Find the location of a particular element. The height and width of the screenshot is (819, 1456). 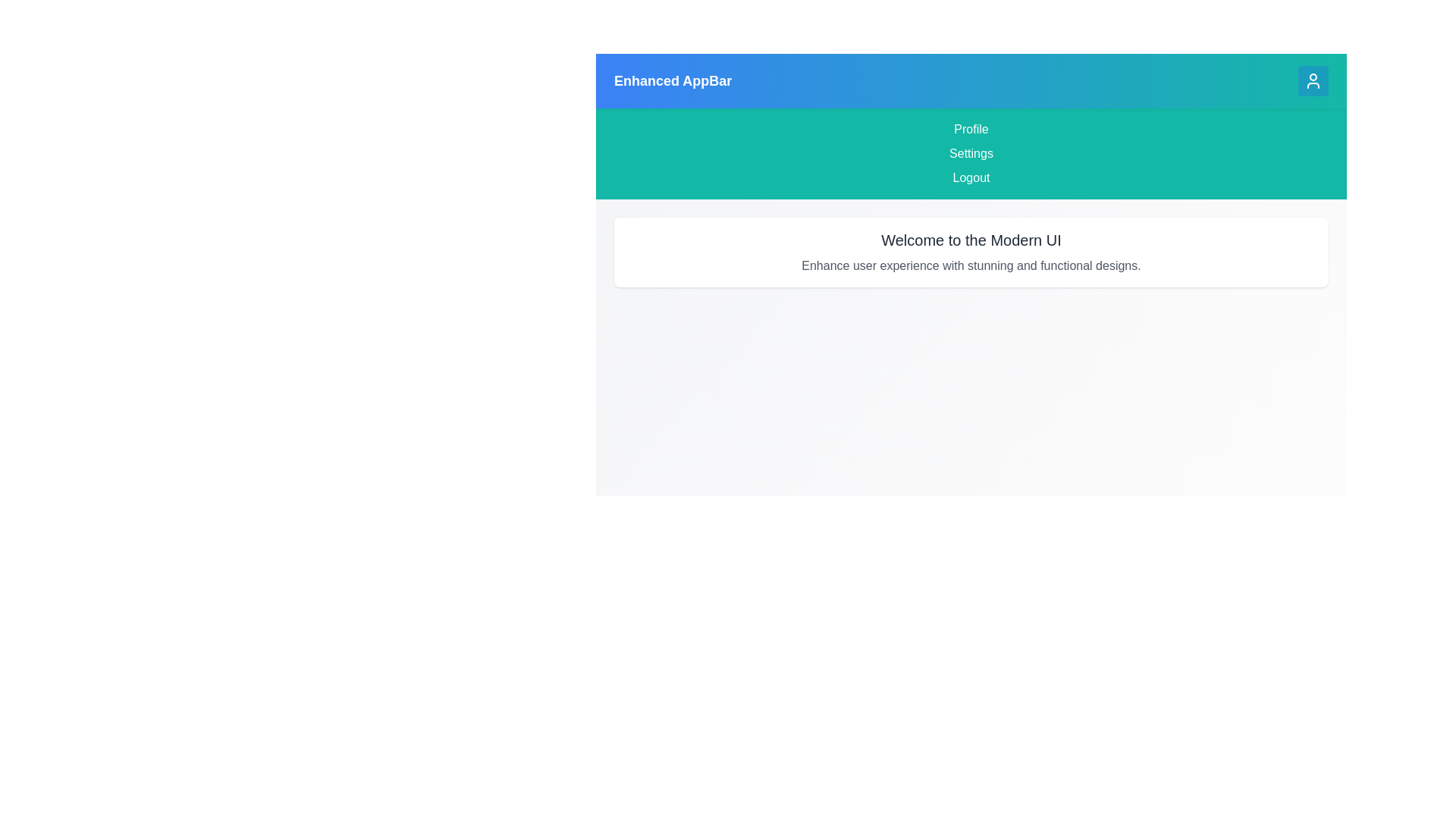

the user icon button to toggle the menu visibility is located at coordinates (1313, 81).